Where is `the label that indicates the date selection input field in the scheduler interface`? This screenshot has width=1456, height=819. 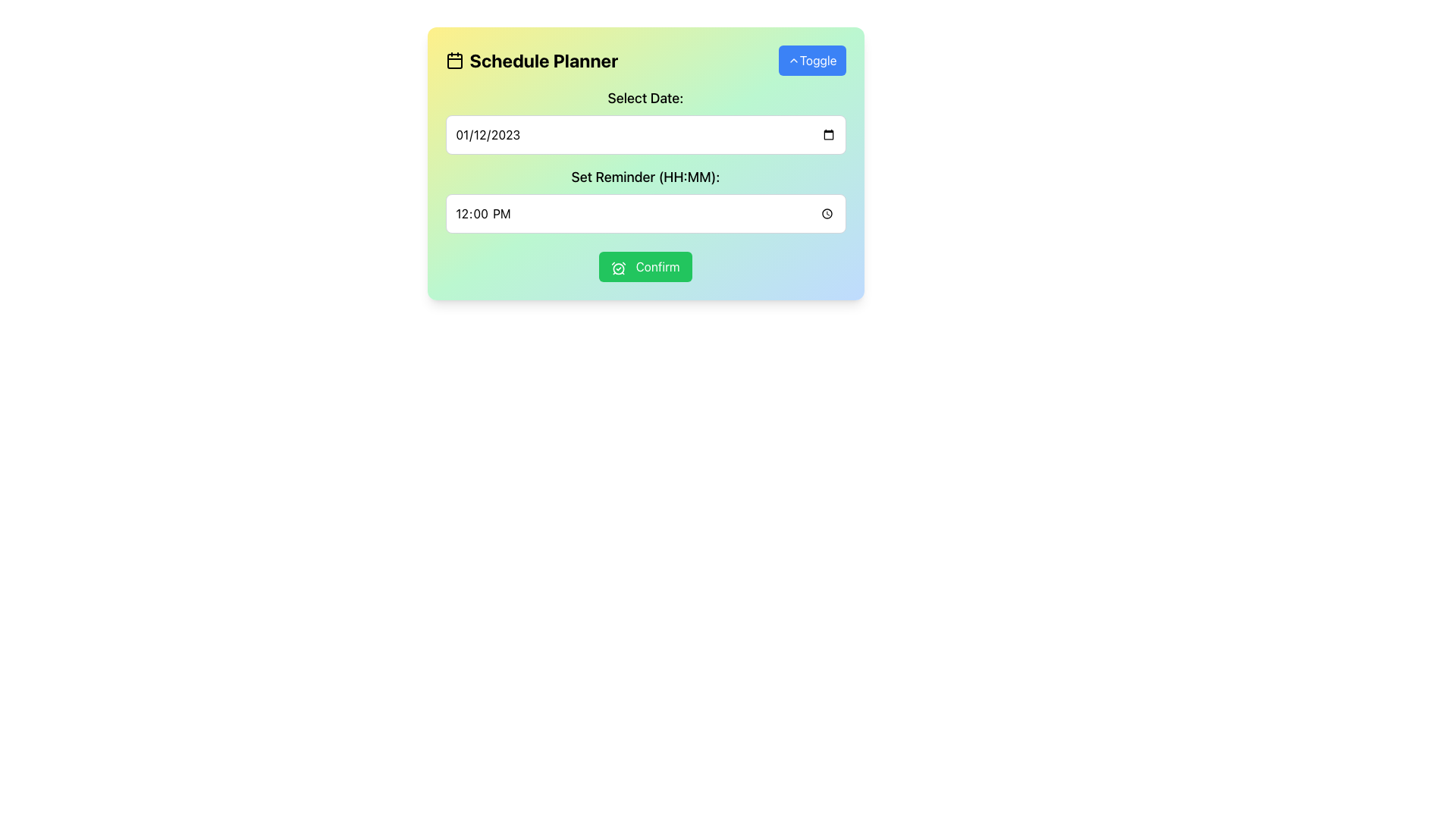 the label that indicates the date selection input field in the scheduler interface is located at coordinates (645, 99).